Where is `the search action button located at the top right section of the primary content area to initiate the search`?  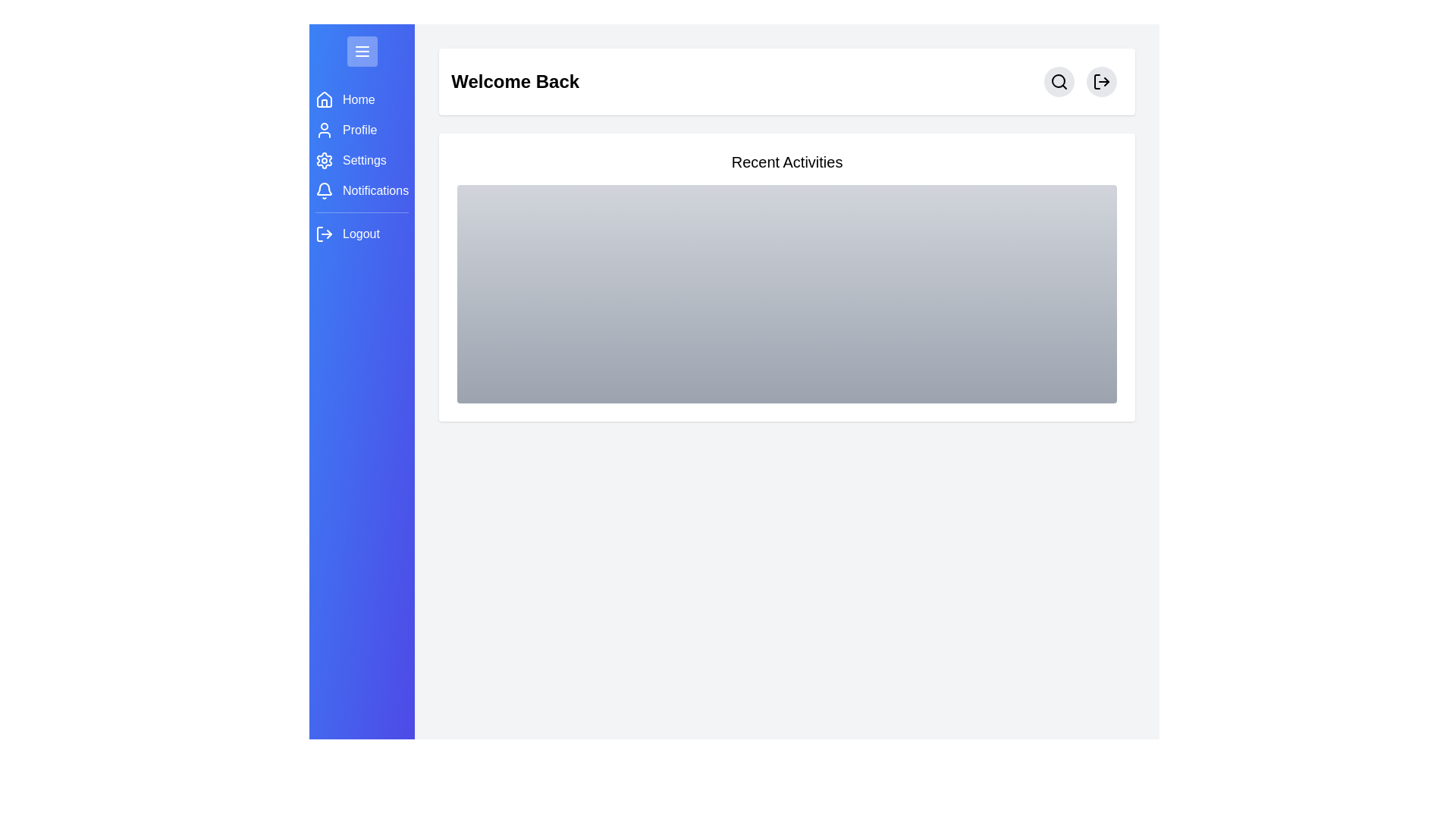
the search action button located at the top right section of the primary content area to initiate the search is located at coordinates (1058, 82).